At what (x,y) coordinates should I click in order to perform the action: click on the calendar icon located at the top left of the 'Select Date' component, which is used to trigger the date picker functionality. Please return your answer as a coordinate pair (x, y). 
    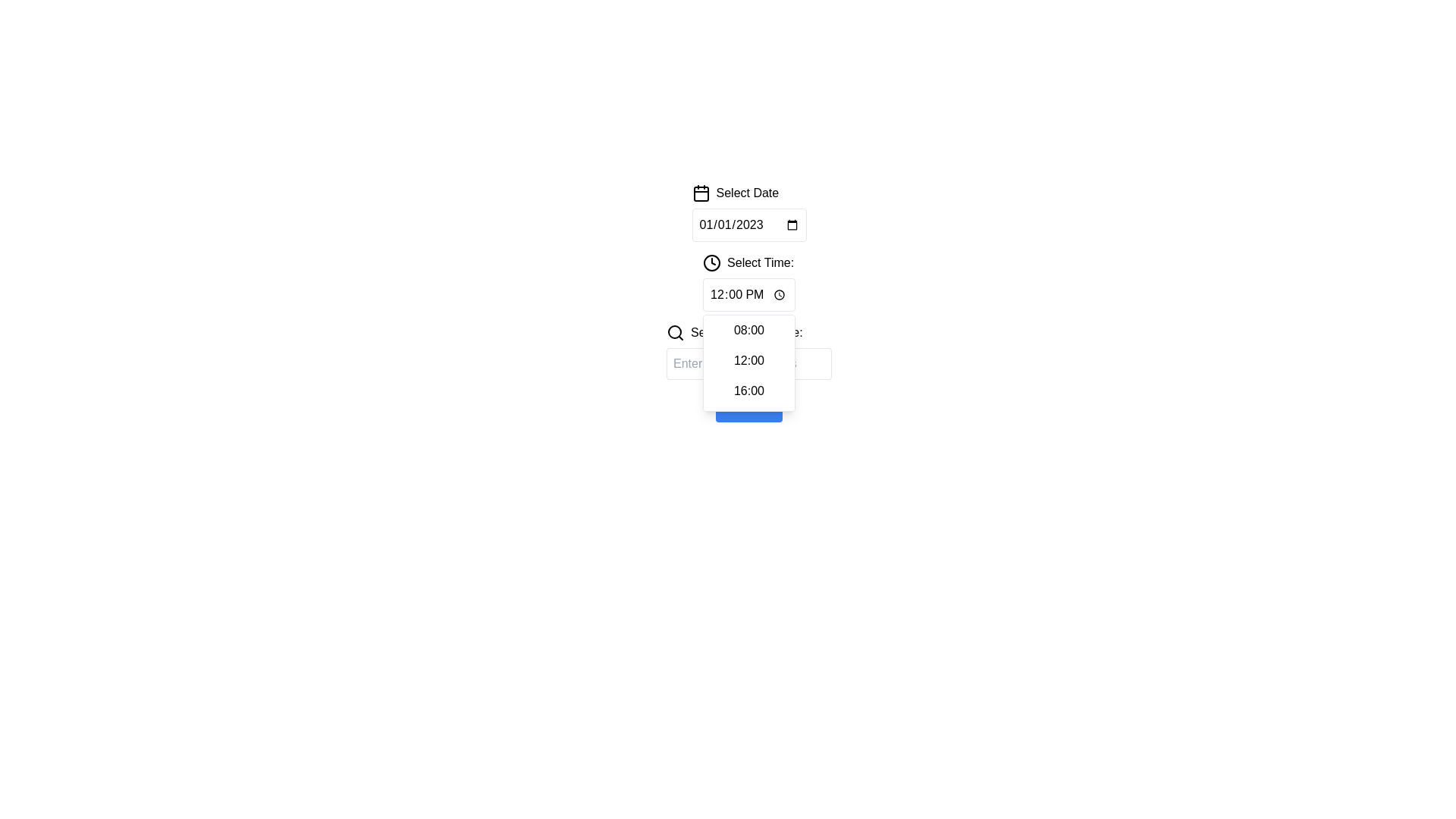
    Looking at the image, I should click on (700, 193).